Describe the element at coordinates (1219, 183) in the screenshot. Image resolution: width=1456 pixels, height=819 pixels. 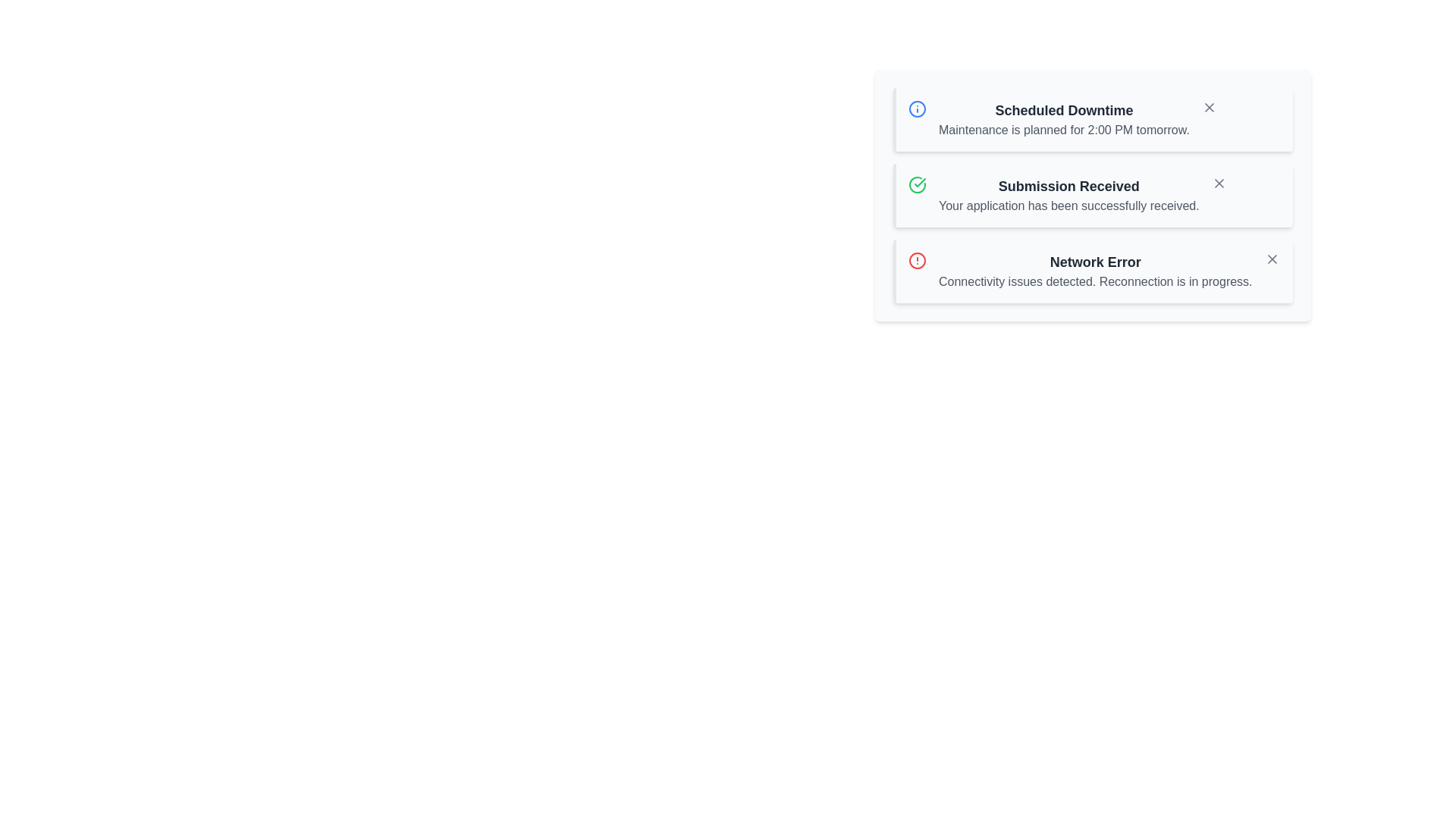
I see `the dismiss button located in the notification box labeled 'Submission Received'` at that location.